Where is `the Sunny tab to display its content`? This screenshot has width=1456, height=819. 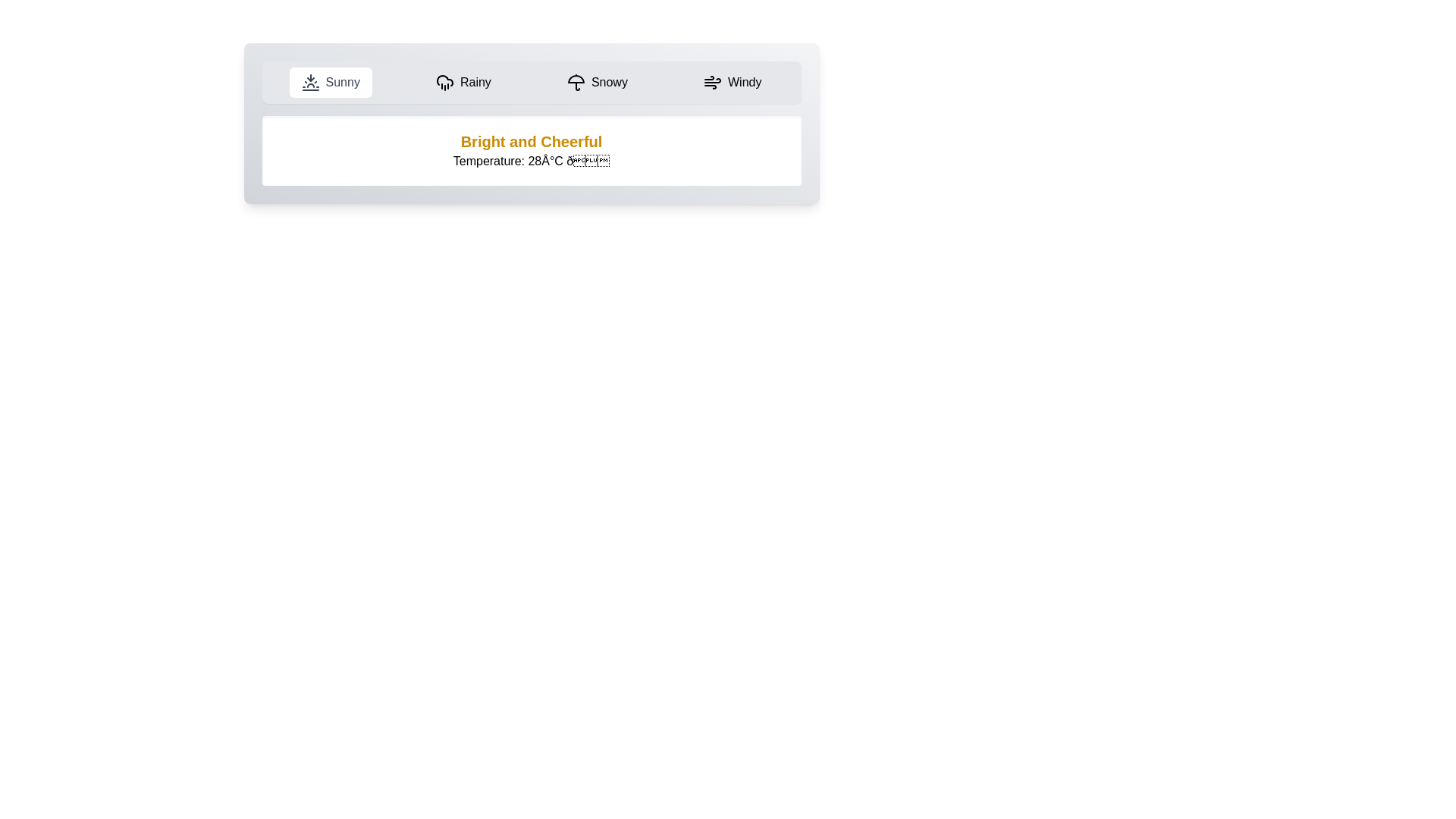 the Sunny tab to display its content is located at coordinates (330, 82).